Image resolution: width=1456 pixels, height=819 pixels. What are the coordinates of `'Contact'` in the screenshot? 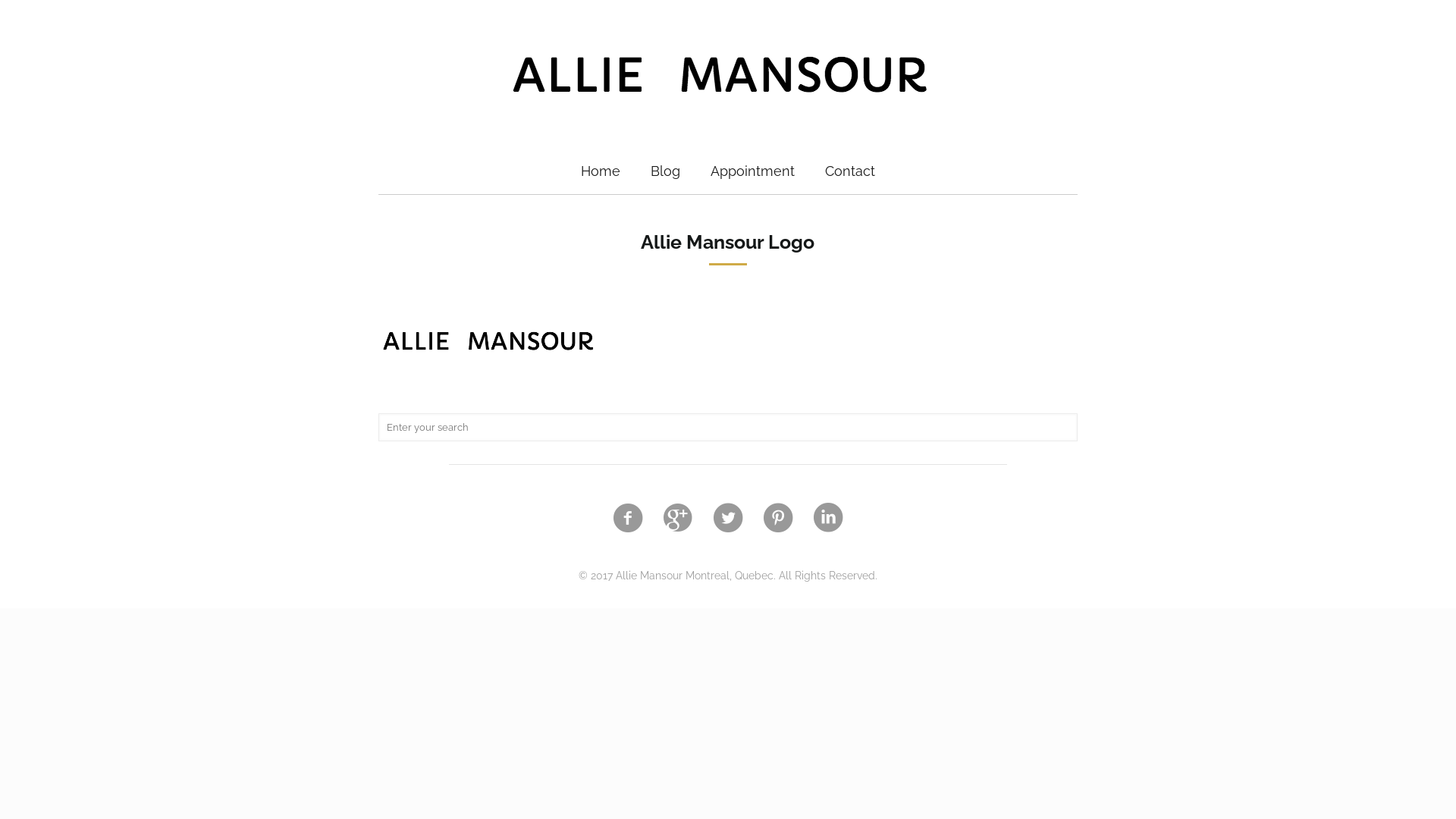 It's located at (850, 171).